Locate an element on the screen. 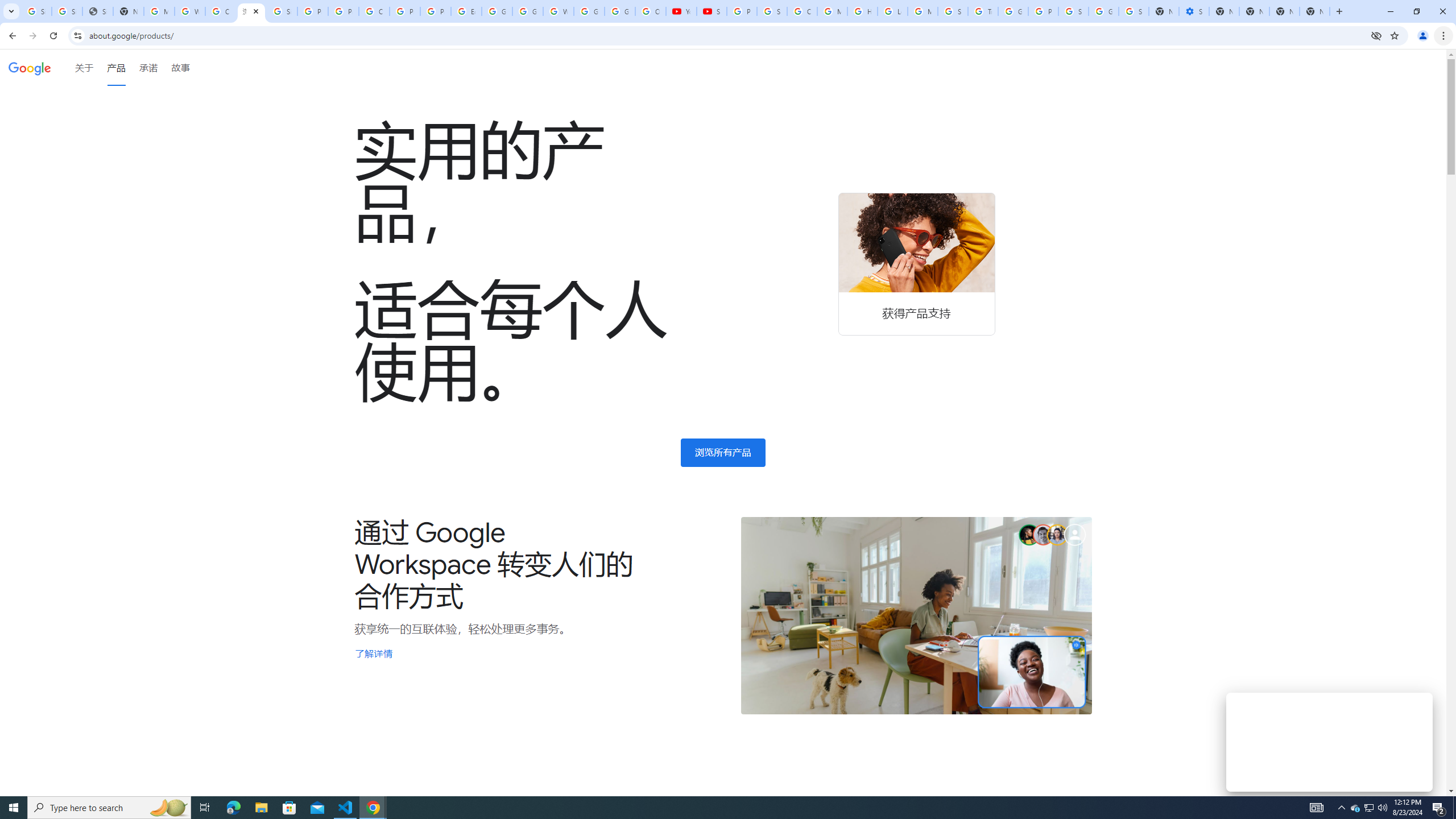 The image size is (1456, 819). 'Google Slides: Sign-in' is located at coordinates (496, 11).